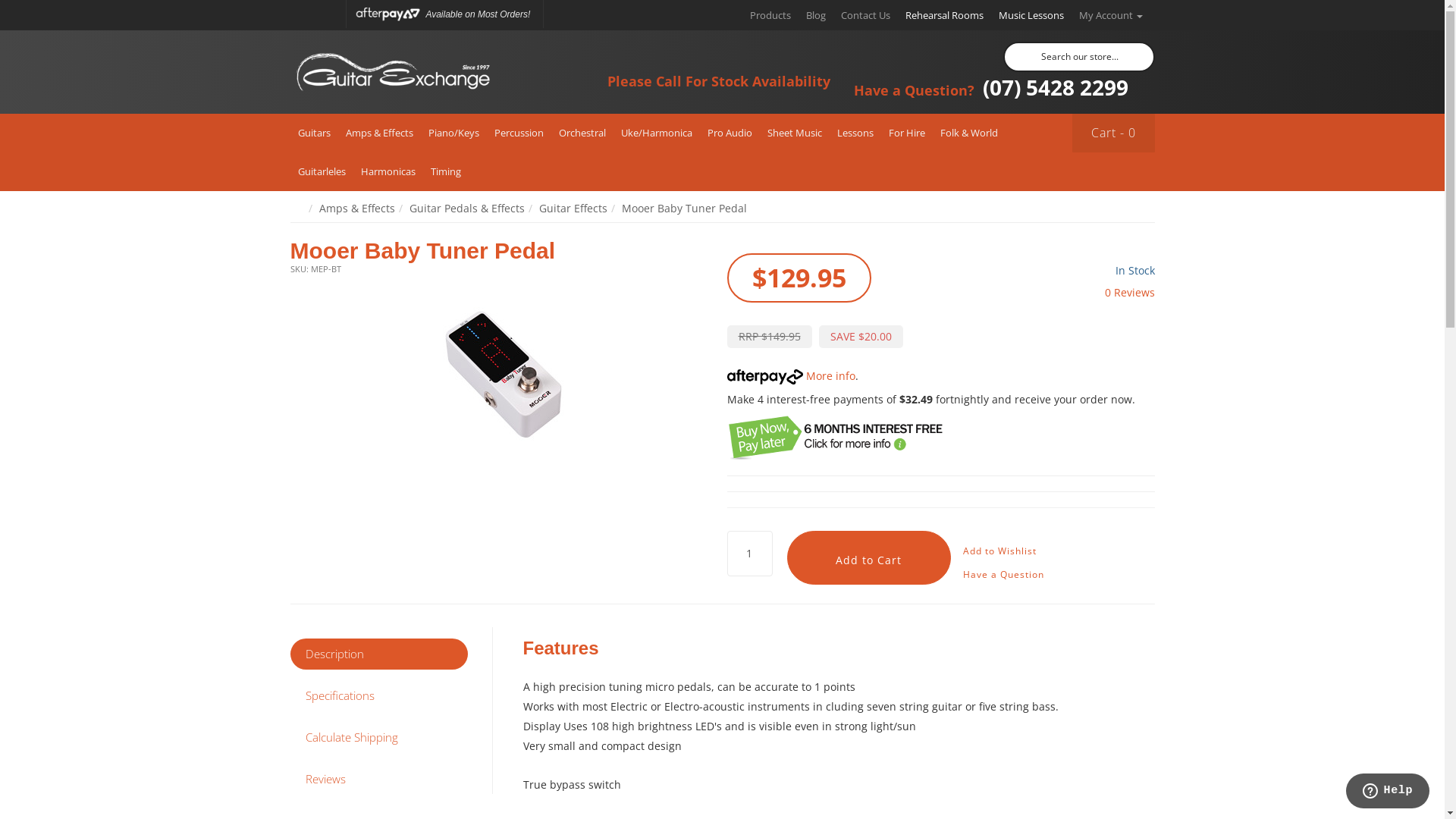 The width and height of the screenshot is (1456, 819). What do you see at coordinates (906, 132) in the screenshot?
I see `'For Hire'` at bounding box center [906, 132].